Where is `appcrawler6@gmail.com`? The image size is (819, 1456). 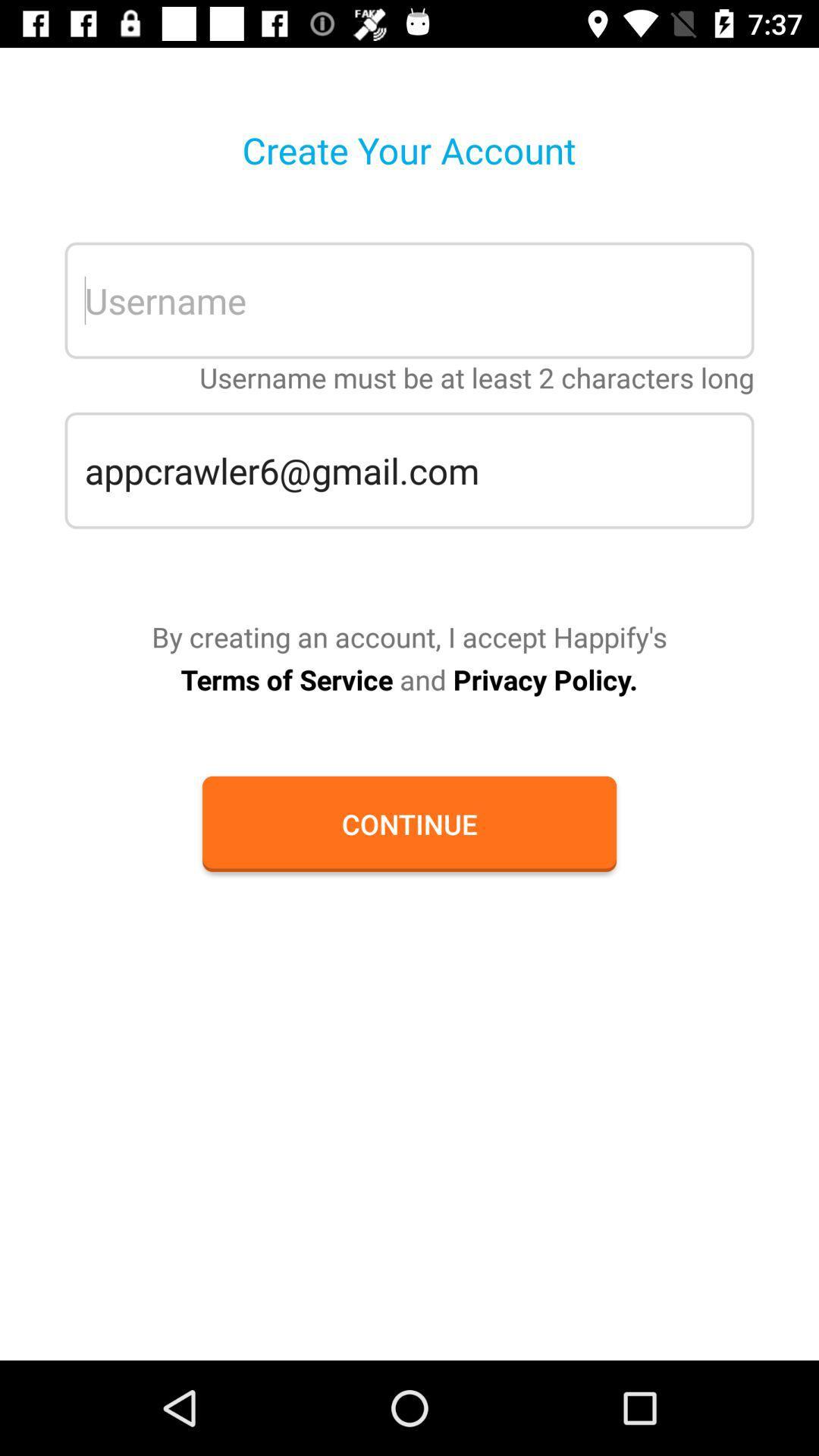 appcrawler6@gmail.com is located at coordinates (409, 469).